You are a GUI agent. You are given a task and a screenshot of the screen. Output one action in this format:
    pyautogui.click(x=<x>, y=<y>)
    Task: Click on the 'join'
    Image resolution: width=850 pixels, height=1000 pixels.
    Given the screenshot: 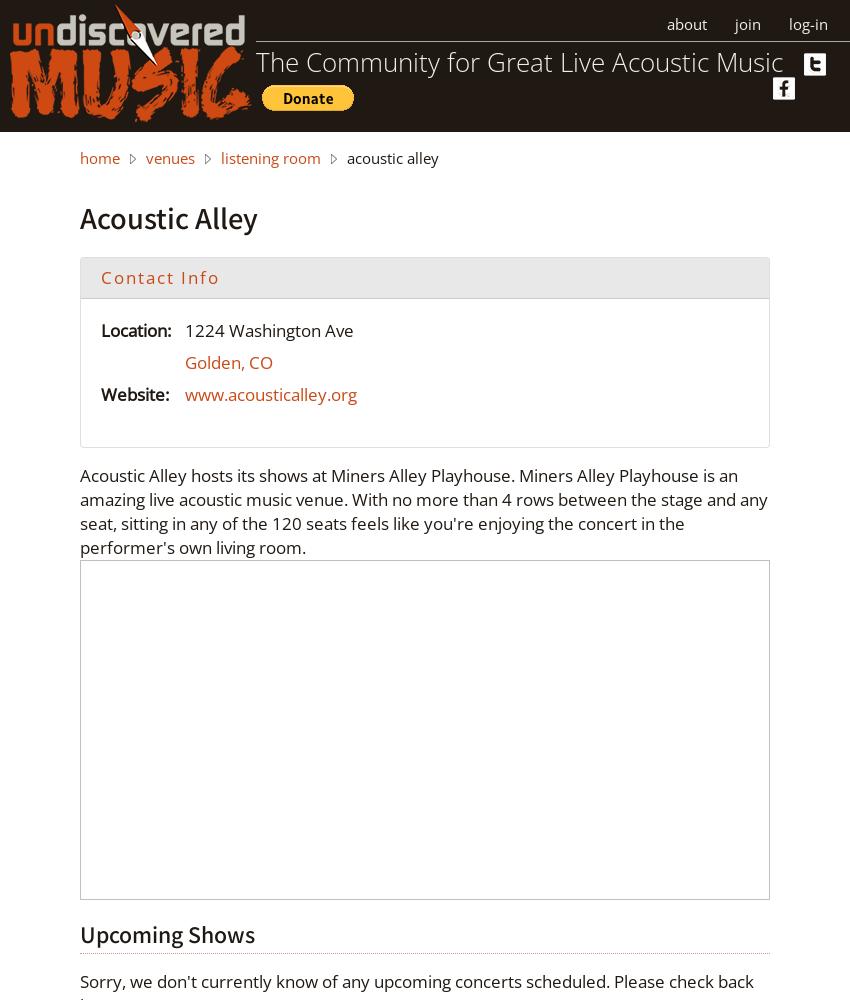 What is the action you would take?
    pyautogui.click(x=748, y=24)
    